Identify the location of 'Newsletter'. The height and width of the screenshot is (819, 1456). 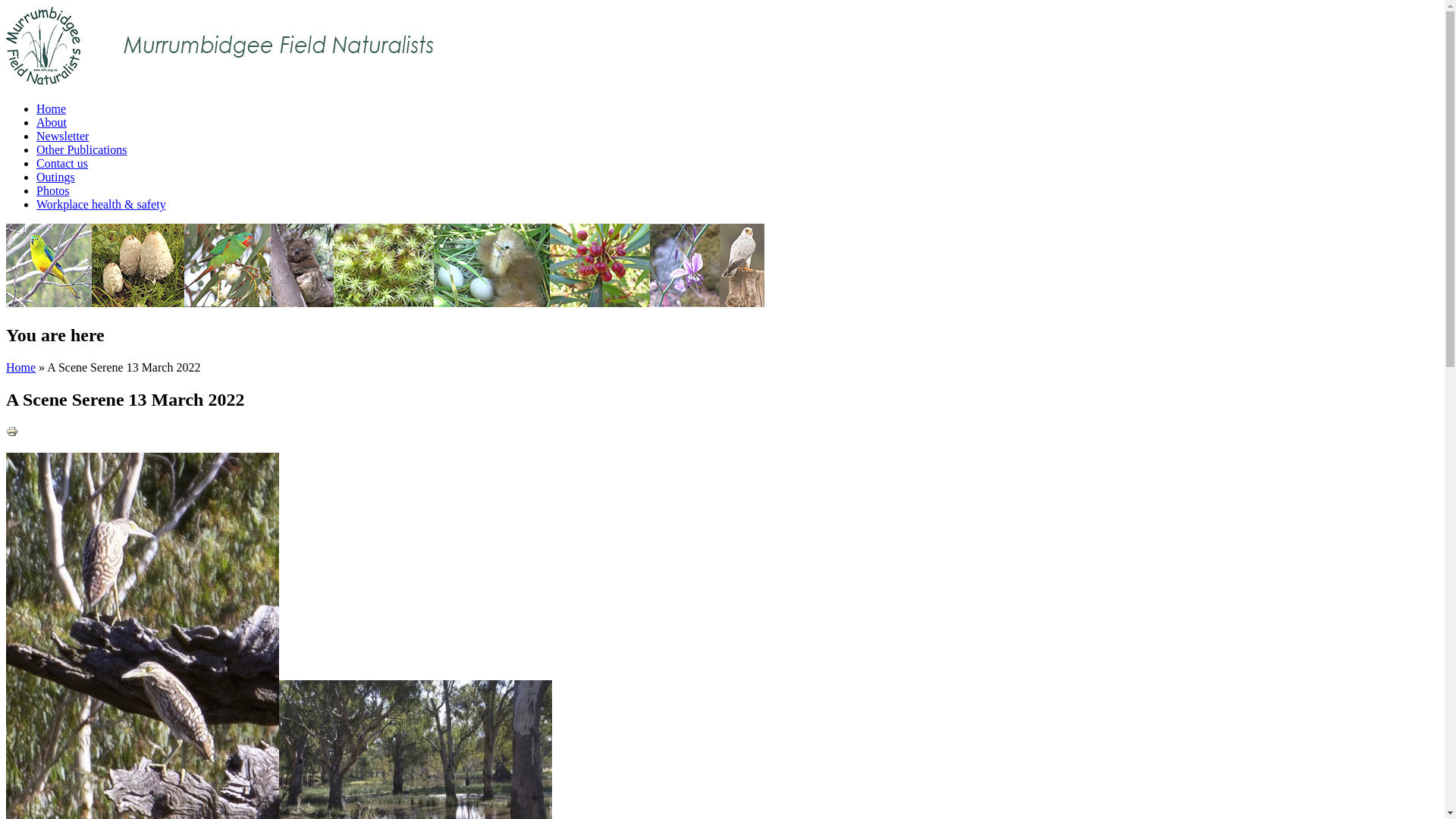
(61, 135).